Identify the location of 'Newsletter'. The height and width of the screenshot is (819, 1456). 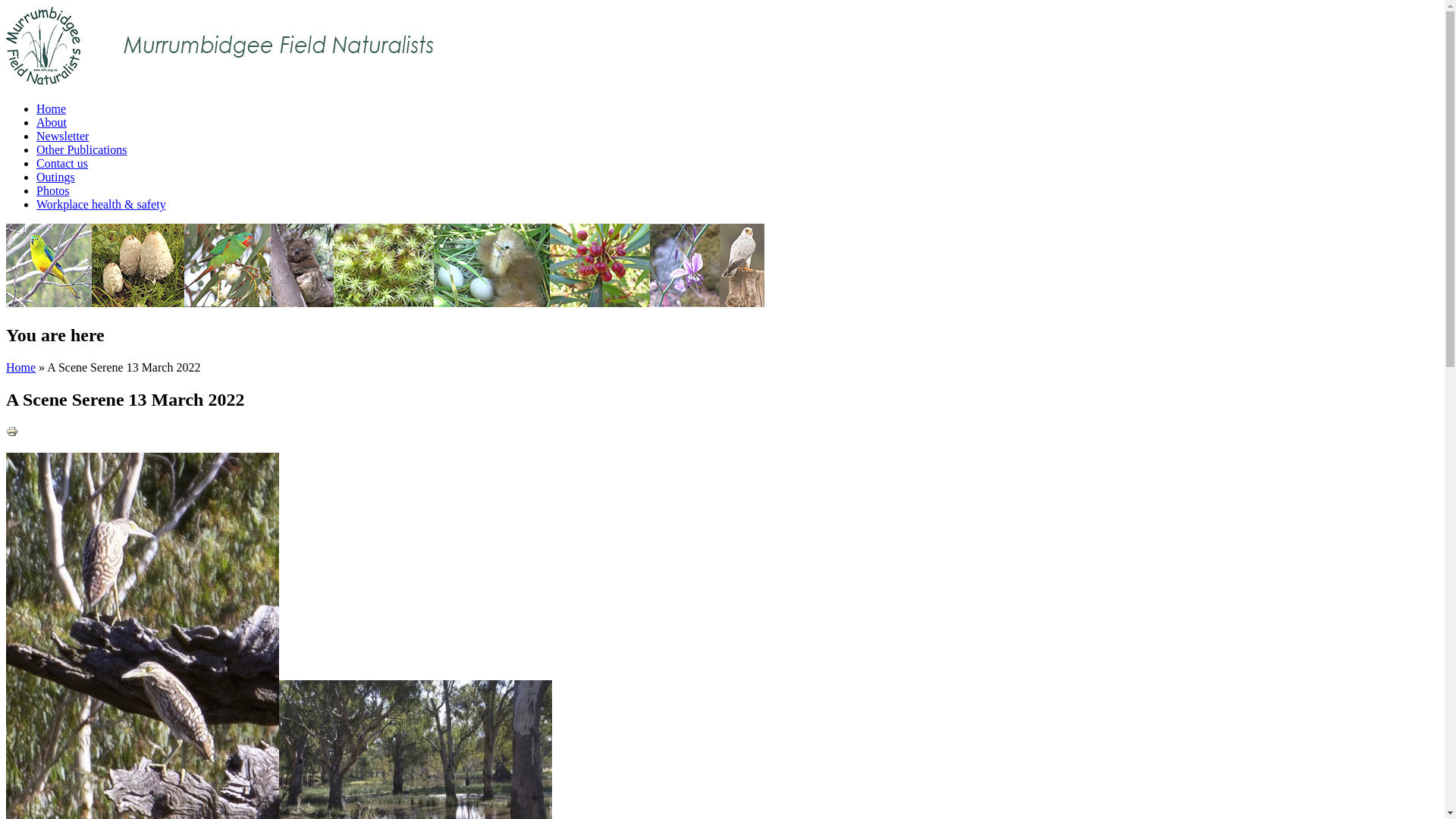
(61, 135).